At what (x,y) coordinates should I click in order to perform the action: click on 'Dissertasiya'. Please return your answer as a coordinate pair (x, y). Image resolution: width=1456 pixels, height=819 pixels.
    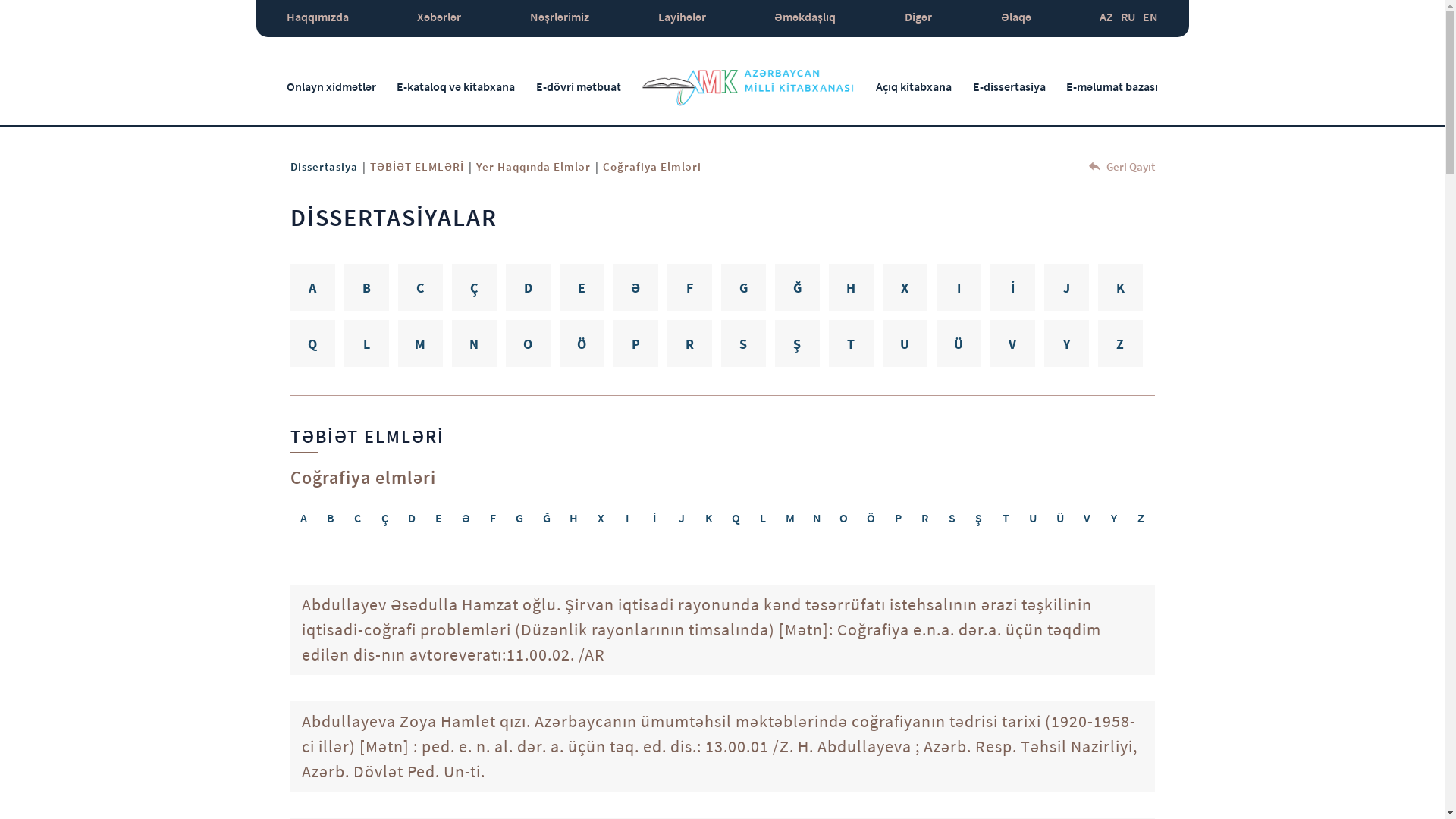
    Looking at the image, I should click on (290, 166).